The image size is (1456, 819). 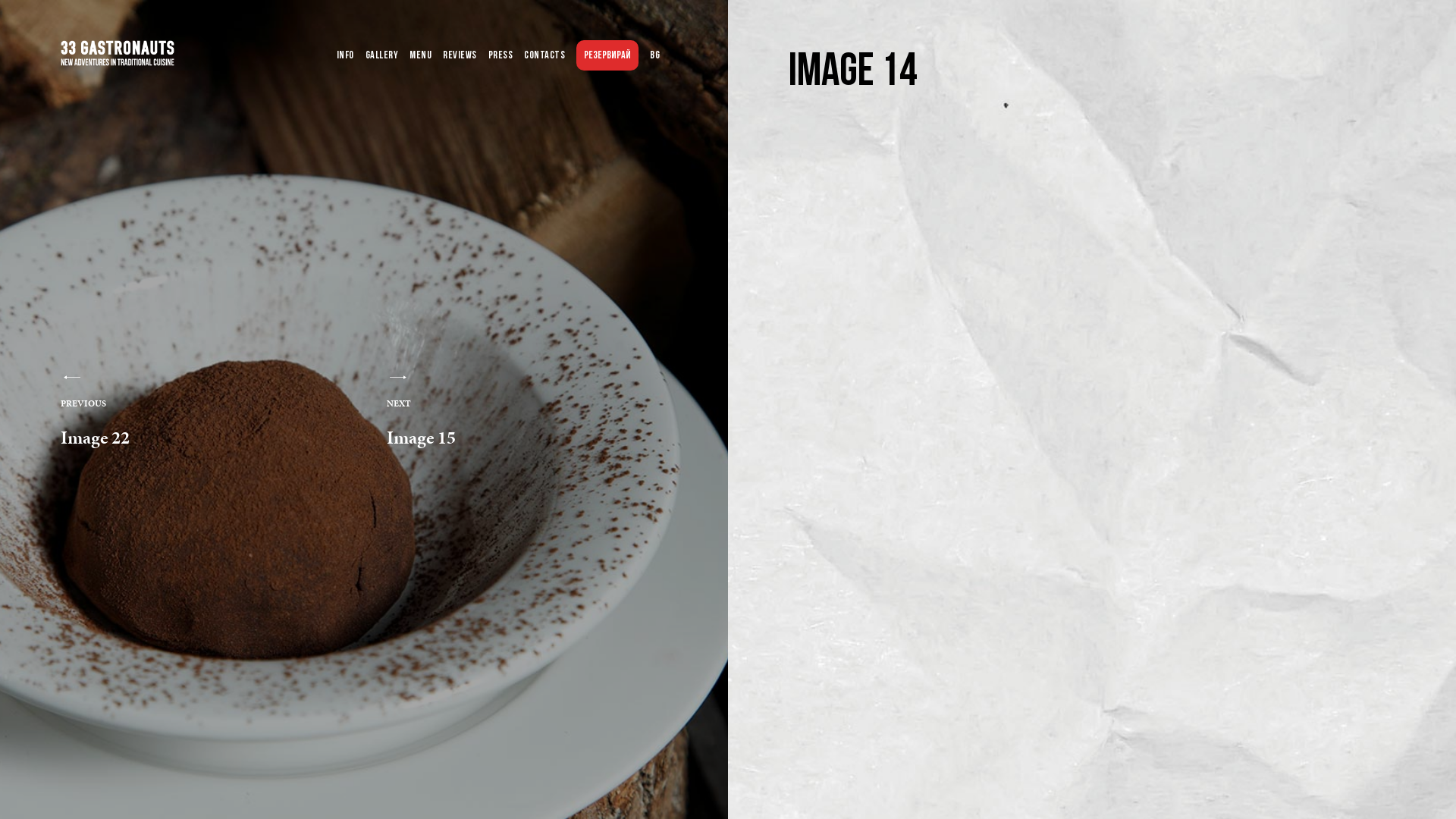 I want to click on 'BG', so click(x=654, y=55).